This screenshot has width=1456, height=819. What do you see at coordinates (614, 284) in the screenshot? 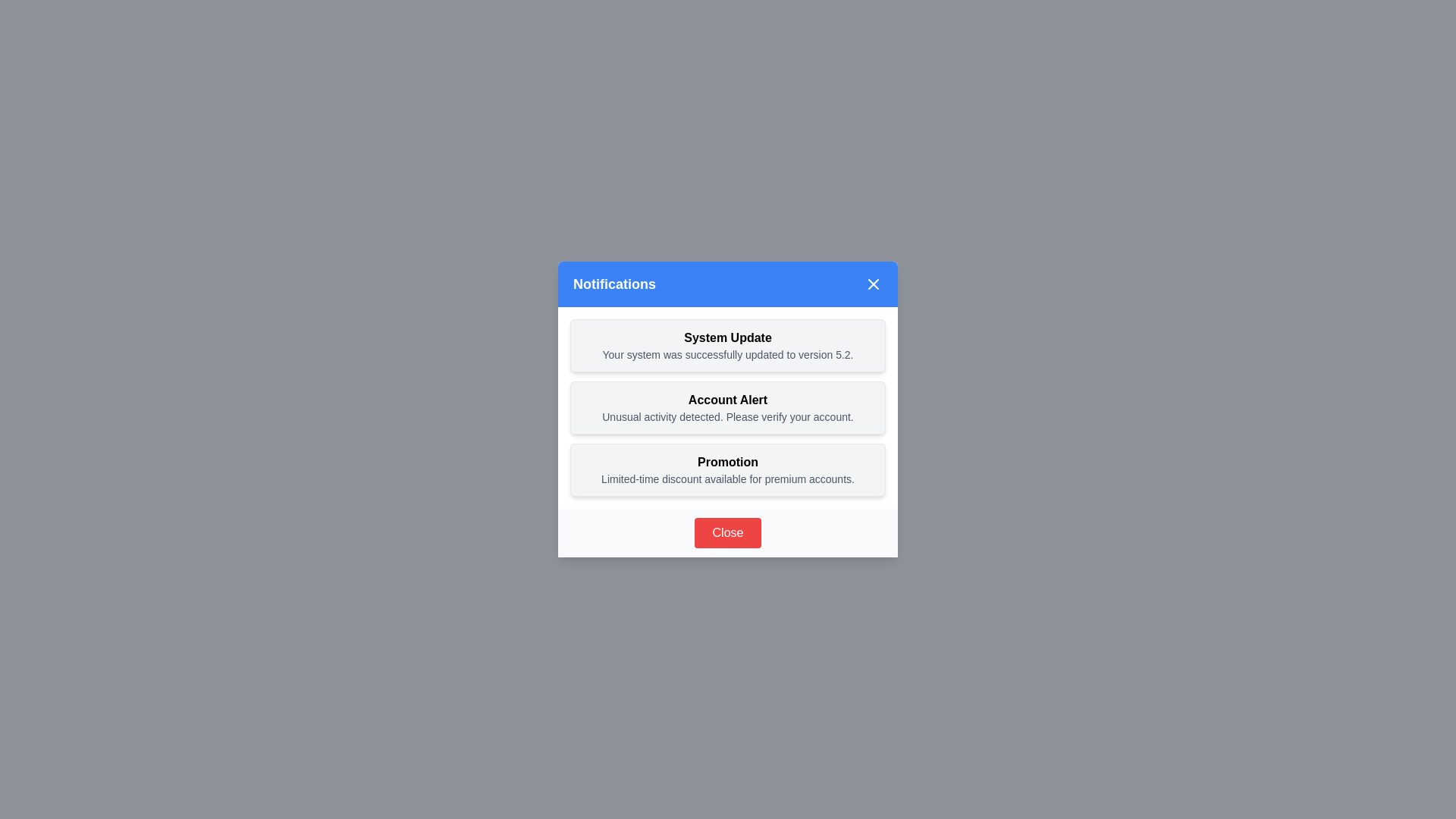
I see `the Static Text Label displaying 'Notifications' which is styled prominently with a white text color on a blue background at the top-left of the modal popup` at bounding box center [614, 284].